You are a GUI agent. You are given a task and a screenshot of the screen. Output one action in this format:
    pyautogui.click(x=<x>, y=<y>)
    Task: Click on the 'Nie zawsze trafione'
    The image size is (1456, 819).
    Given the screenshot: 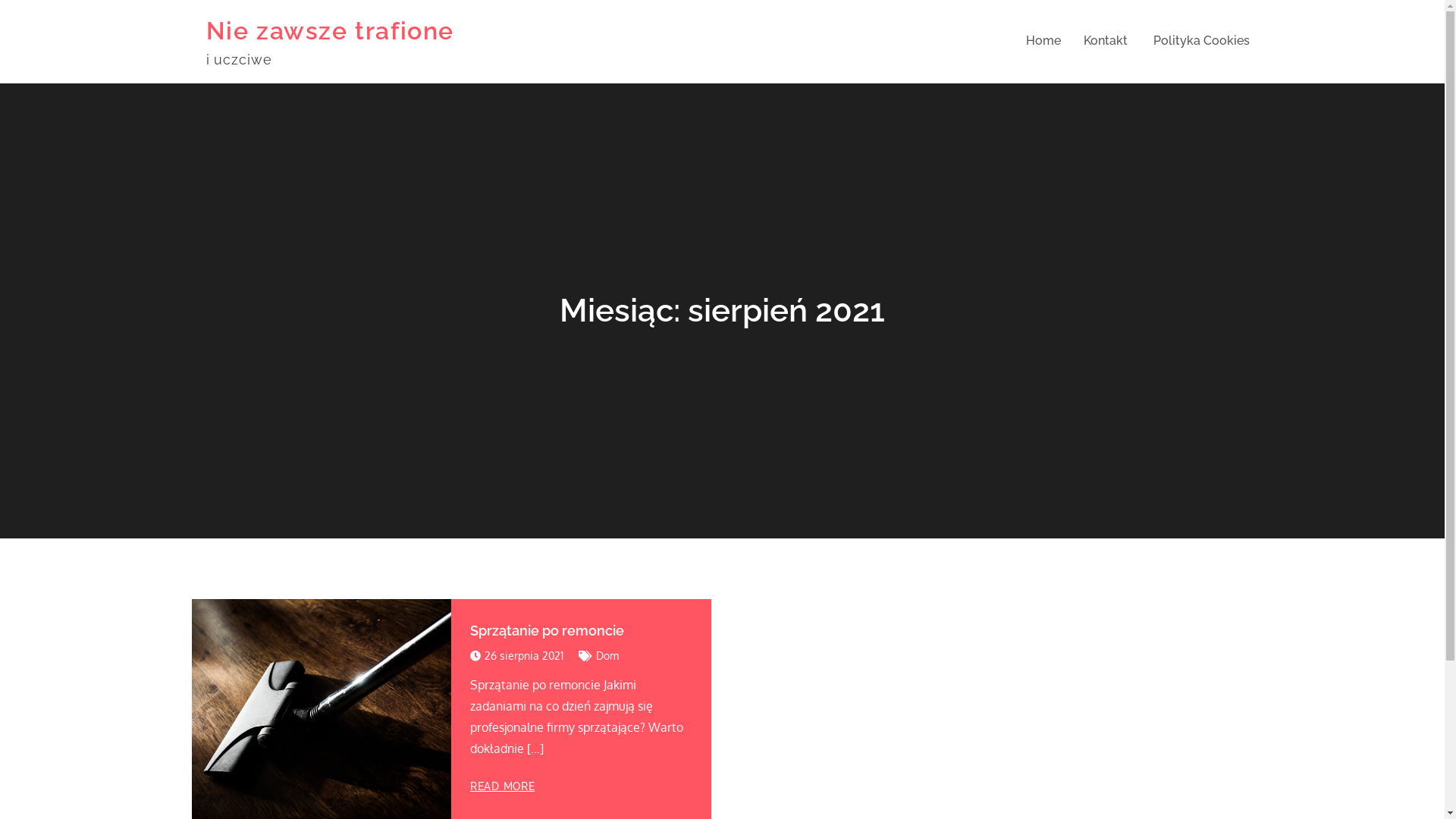 What is the action you would take?
    pyautogui.click(x=329, y=30)
    